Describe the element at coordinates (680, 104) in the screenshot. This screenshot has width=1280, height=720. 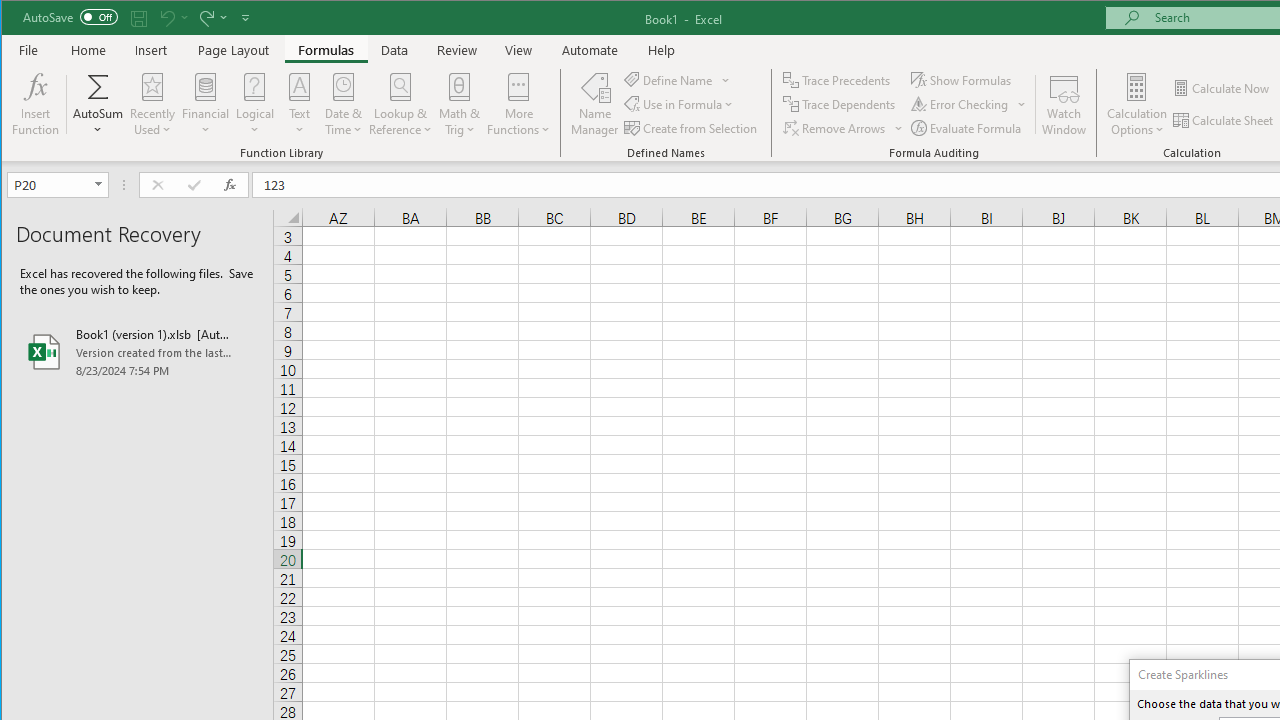
I see `'Use in Formula'` at that location.